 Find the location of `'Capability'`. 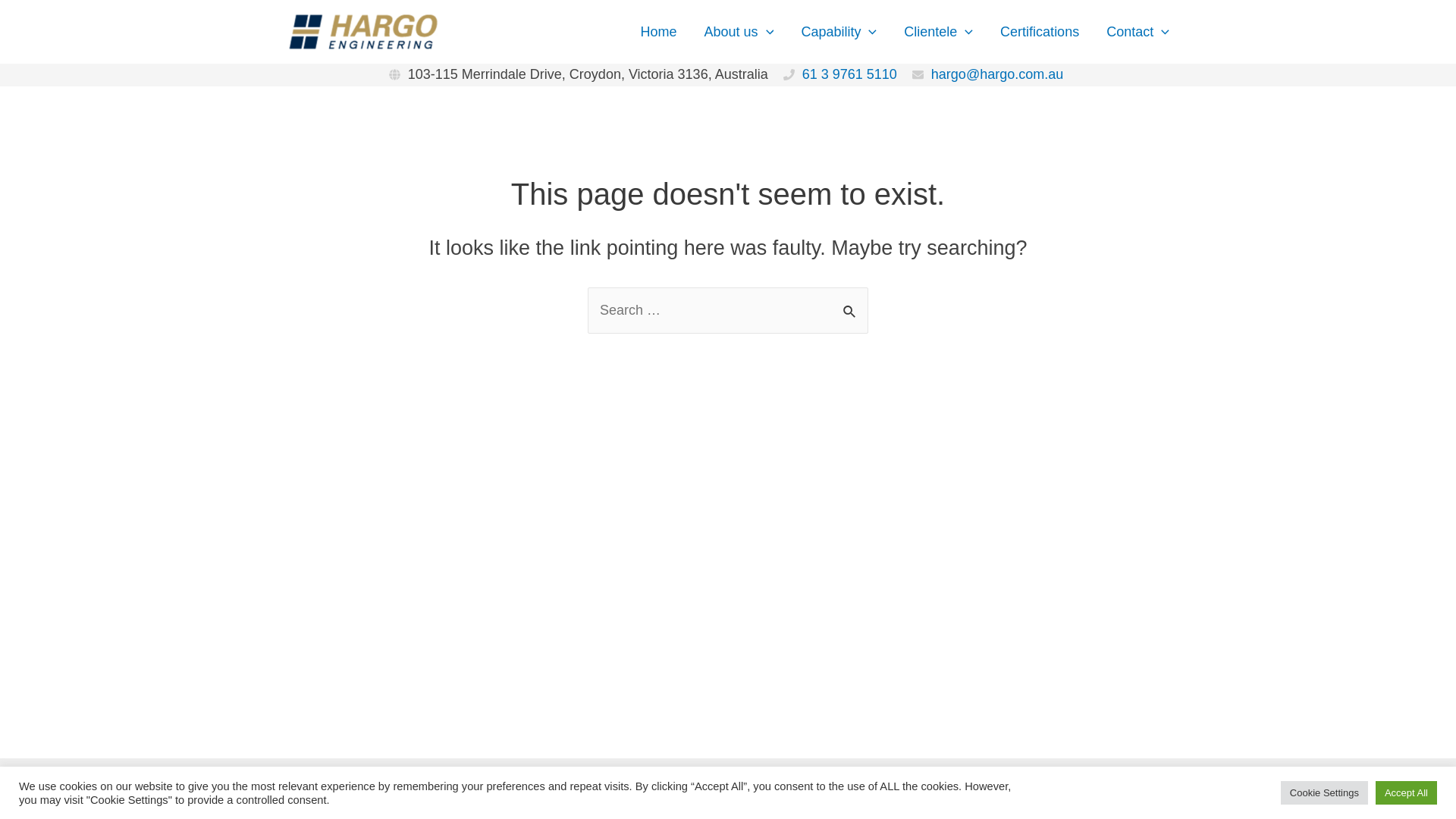

'Capability' is located at coordinates (837, 31).